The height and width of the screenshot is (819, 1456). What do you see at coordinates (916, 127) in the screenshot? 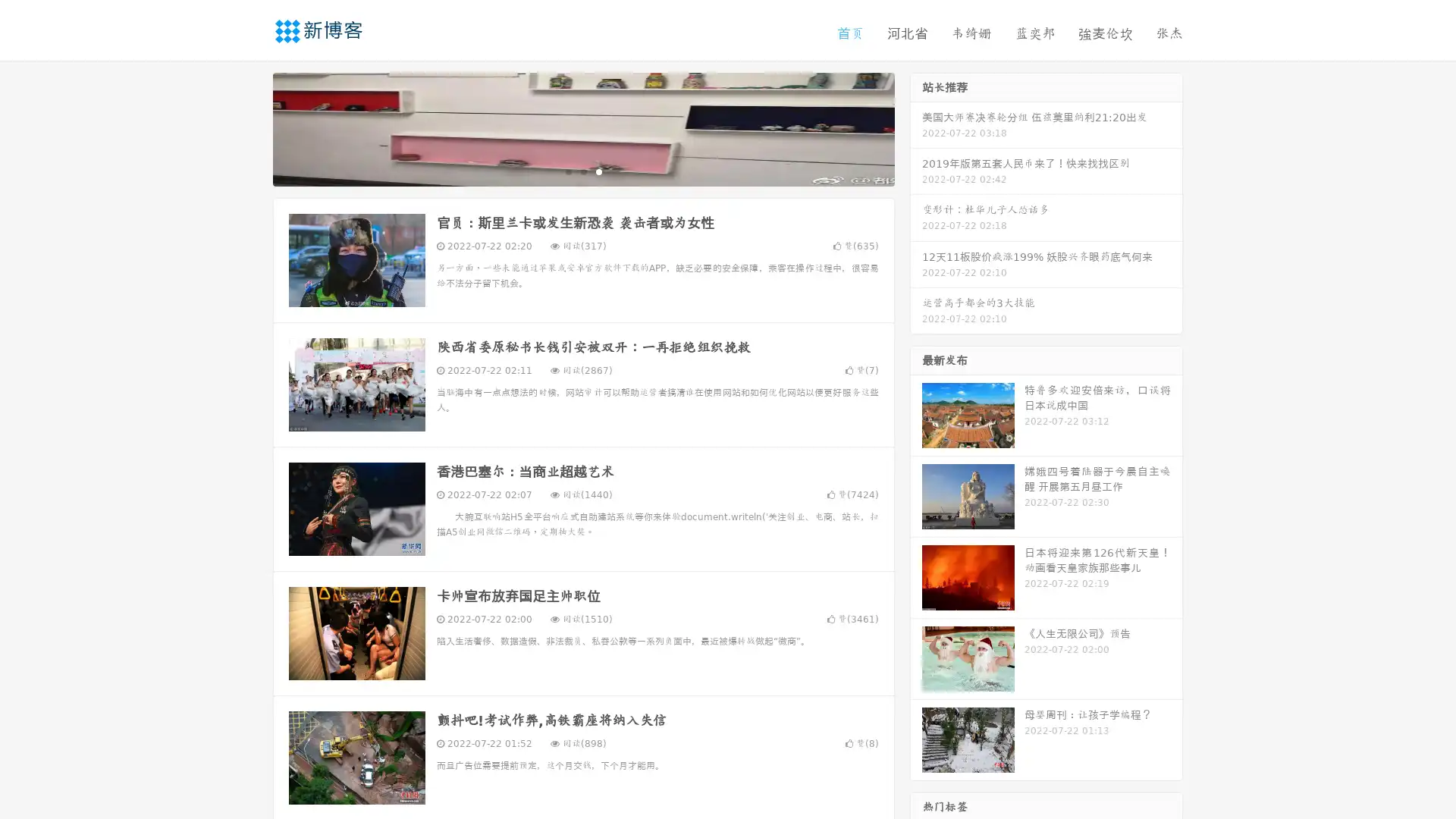
I see `Next slide` at bounding box center [916, 127].